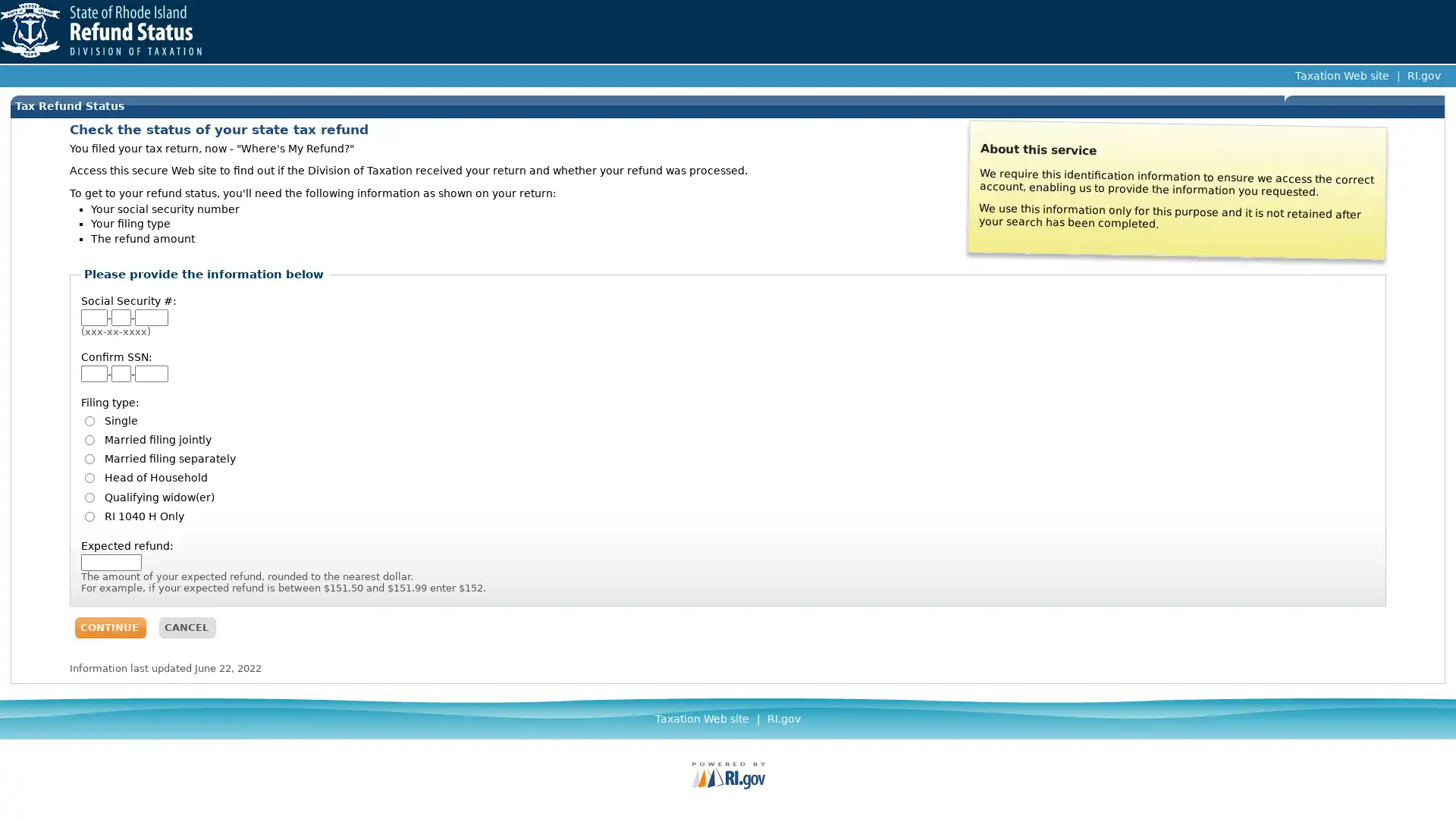 The width and height of the screenshot is (1456, 819). What do you see at coordinates (109, 627) in the screenshot?
I see `CONTINUE` at bounding box center [109, 627].